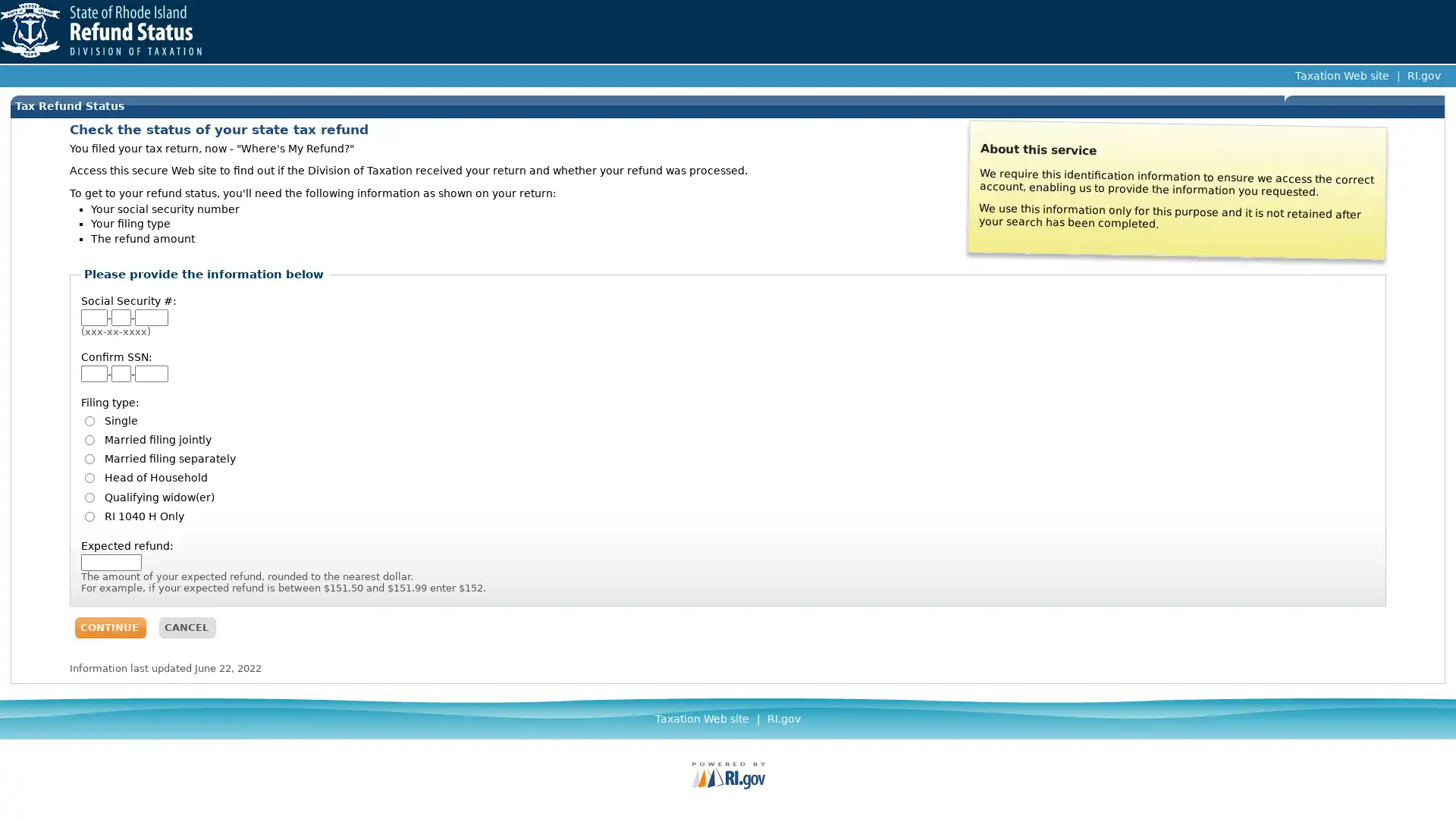 The width and height of the screenshot is (1456, 819). What do you see at coordinates (109, 627) in the screenshot?
I see `CONTINUE` at bounding box center [109, 627].